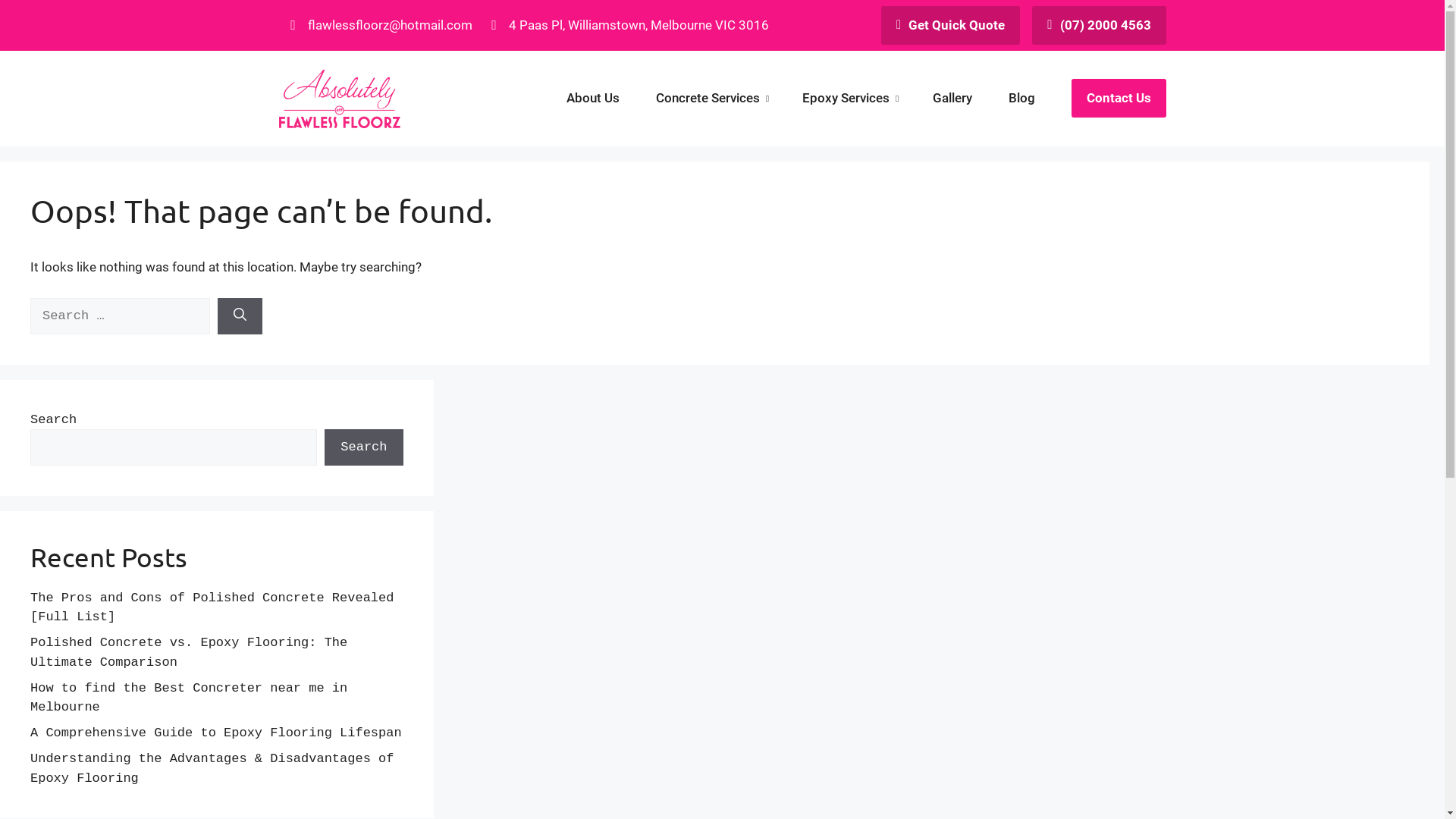 The image size is (1456, 819). What do you see at coordinates (949, 25) in the screenshot?
I see `'Get Quick Quote'` at bounding box center [949, 25].